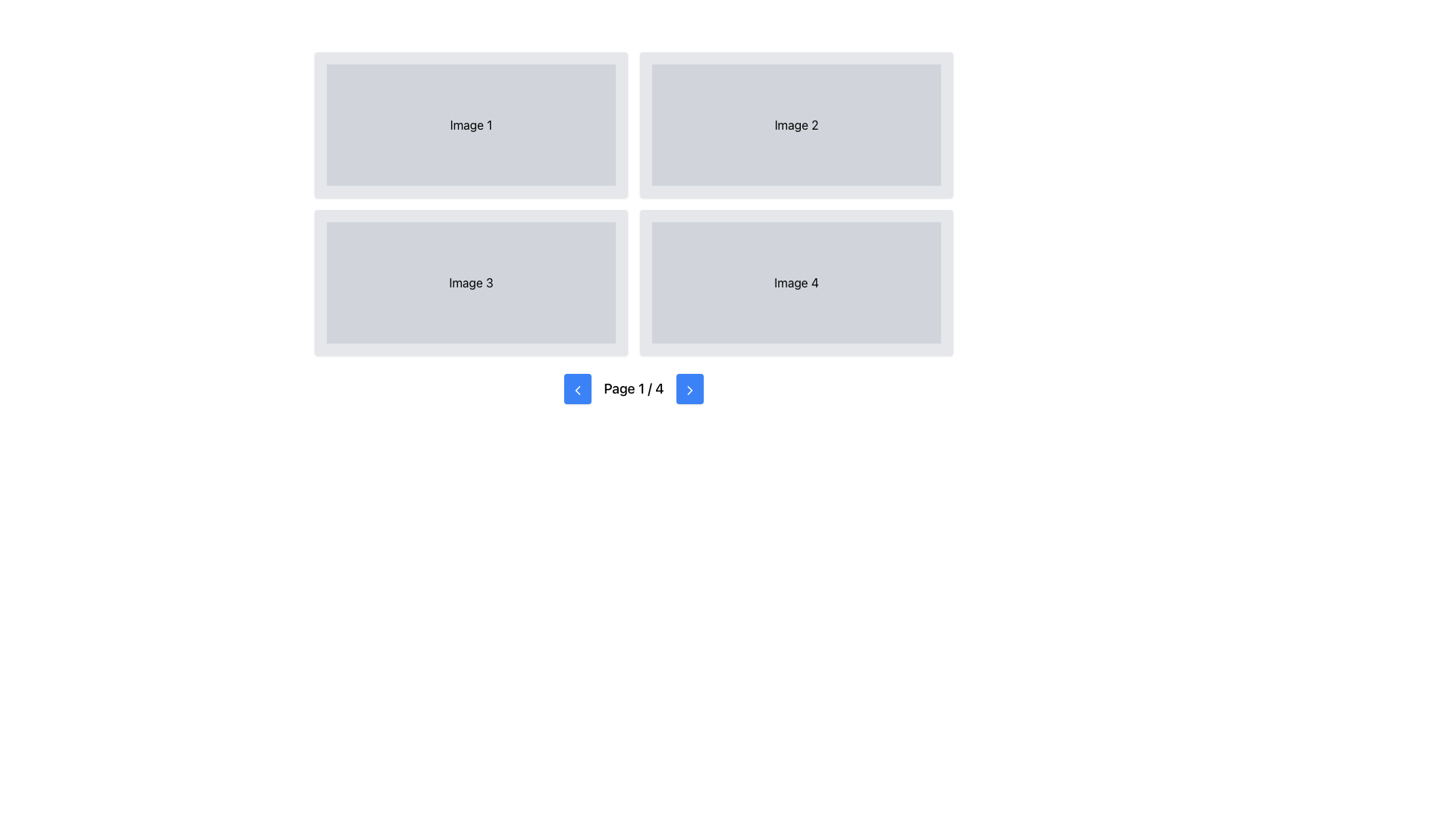 Image resolution: width=1456 pixels, height=819 pixels. I want to click on the blue circular button with a left-pointing chevron arrow icon, so click(577, 388).